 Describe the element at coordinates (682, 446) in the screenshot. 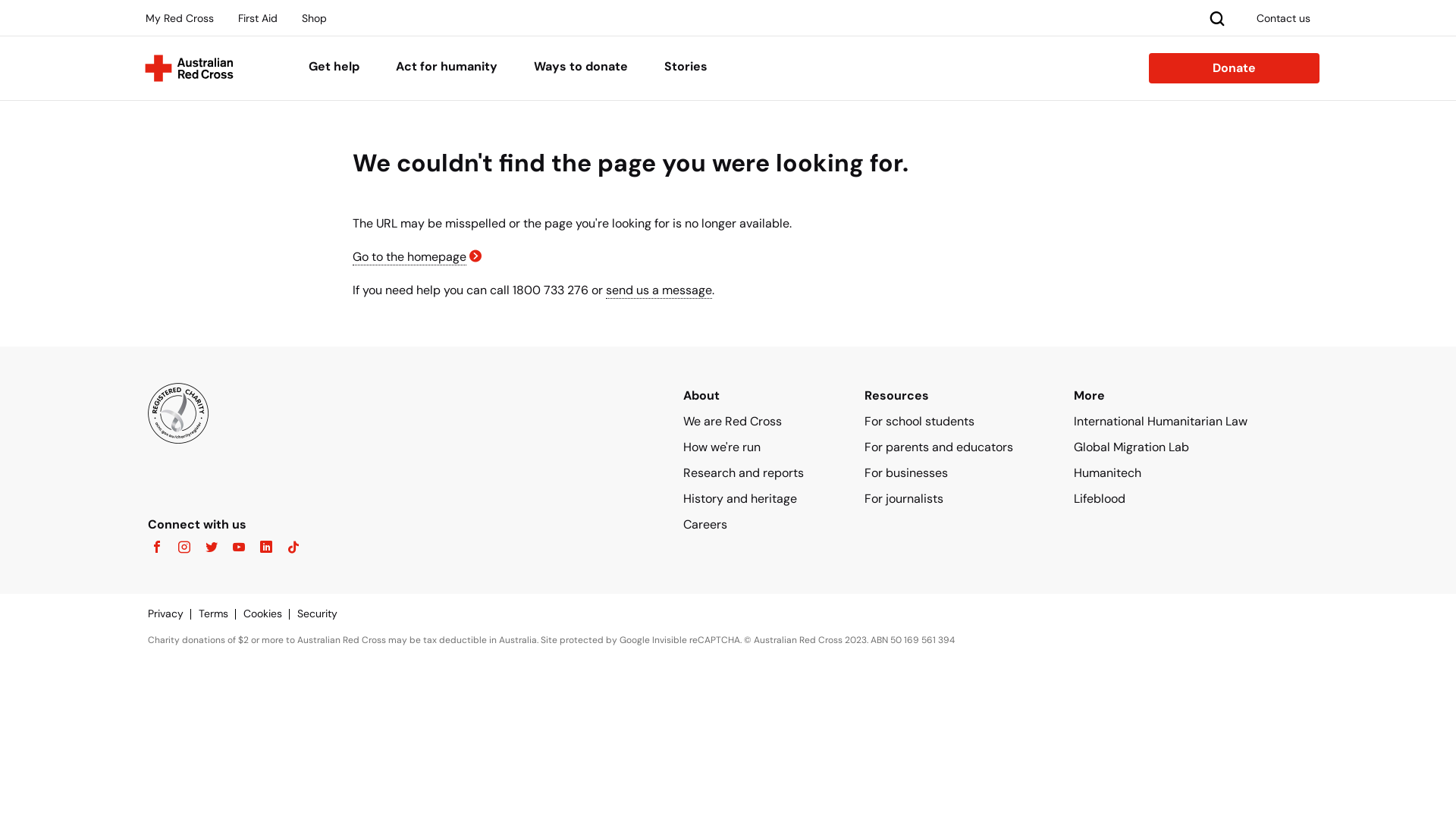

I see `'How we're run'` at that location.